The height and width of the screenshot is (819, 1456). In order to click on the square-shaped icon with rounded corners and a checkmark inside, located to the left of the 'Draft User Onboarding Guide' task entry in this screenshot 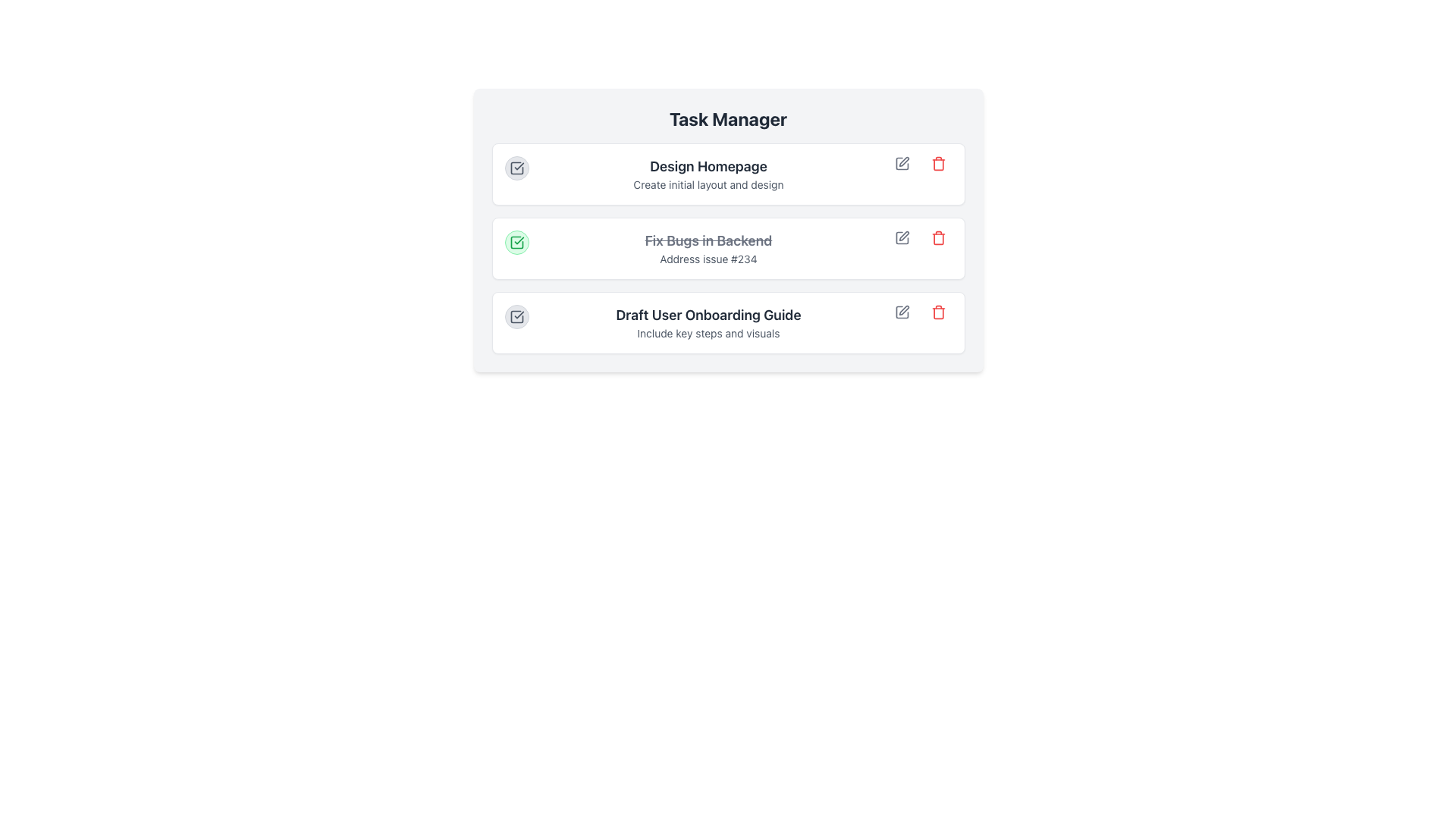, I will do `click(516, 315)`.